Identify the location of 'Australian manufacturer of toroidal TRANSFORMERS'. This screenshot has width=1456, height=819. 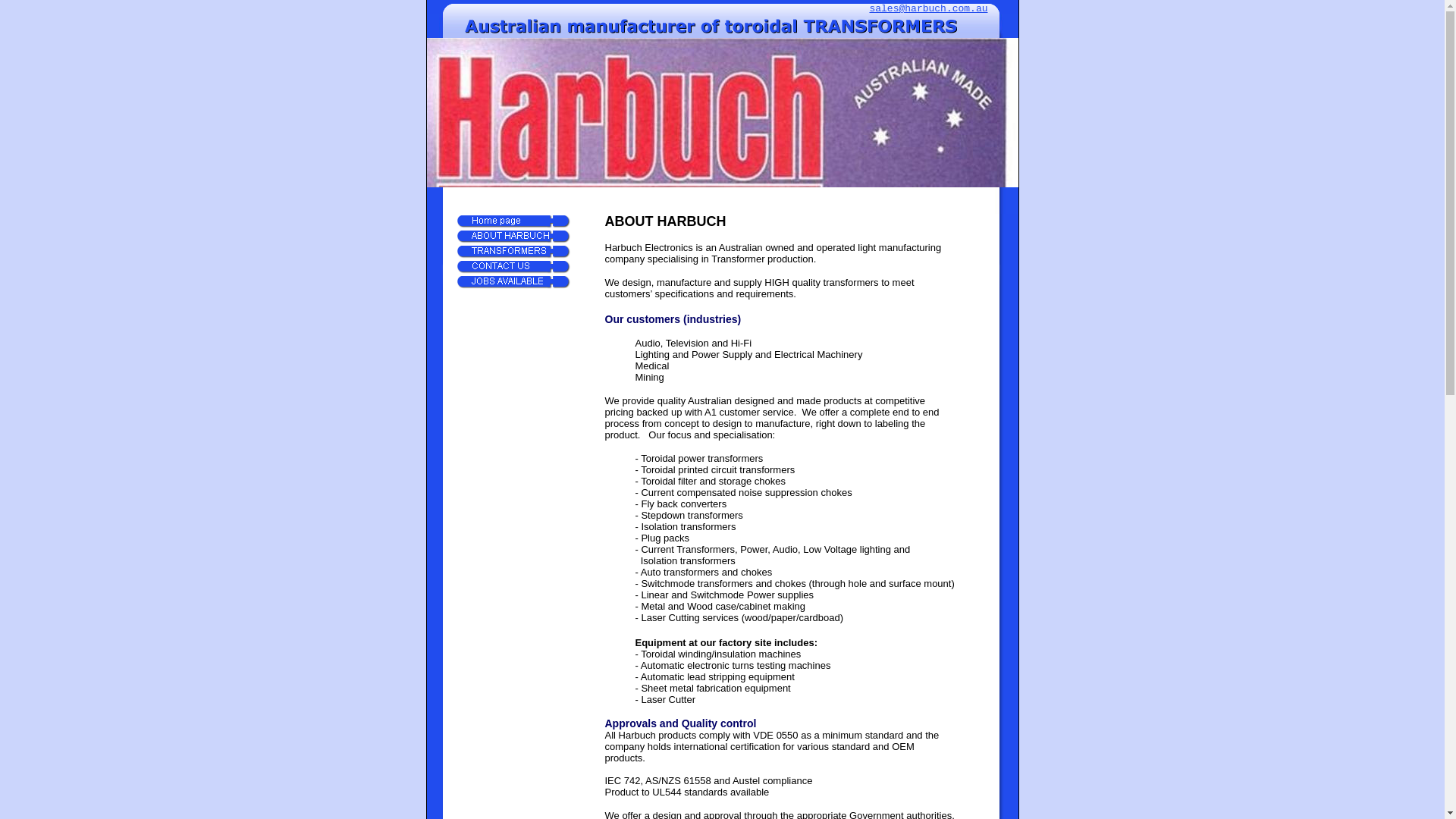
(720, 26).